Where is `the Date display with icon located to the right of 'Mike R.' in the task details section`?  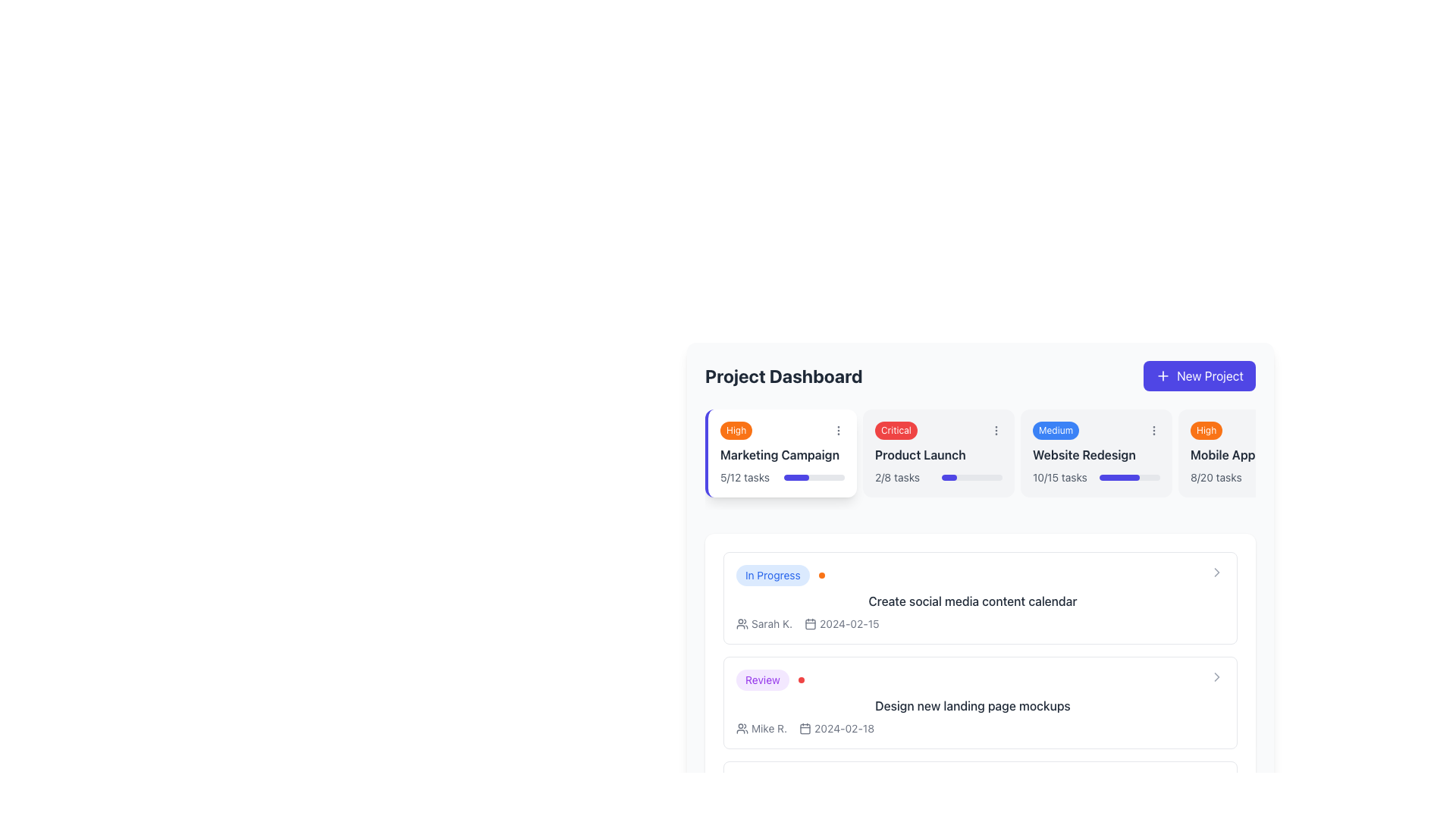
the Date display with icon located to the right of 'Mike R.' in the task details section is located at coordinates (836, 727).